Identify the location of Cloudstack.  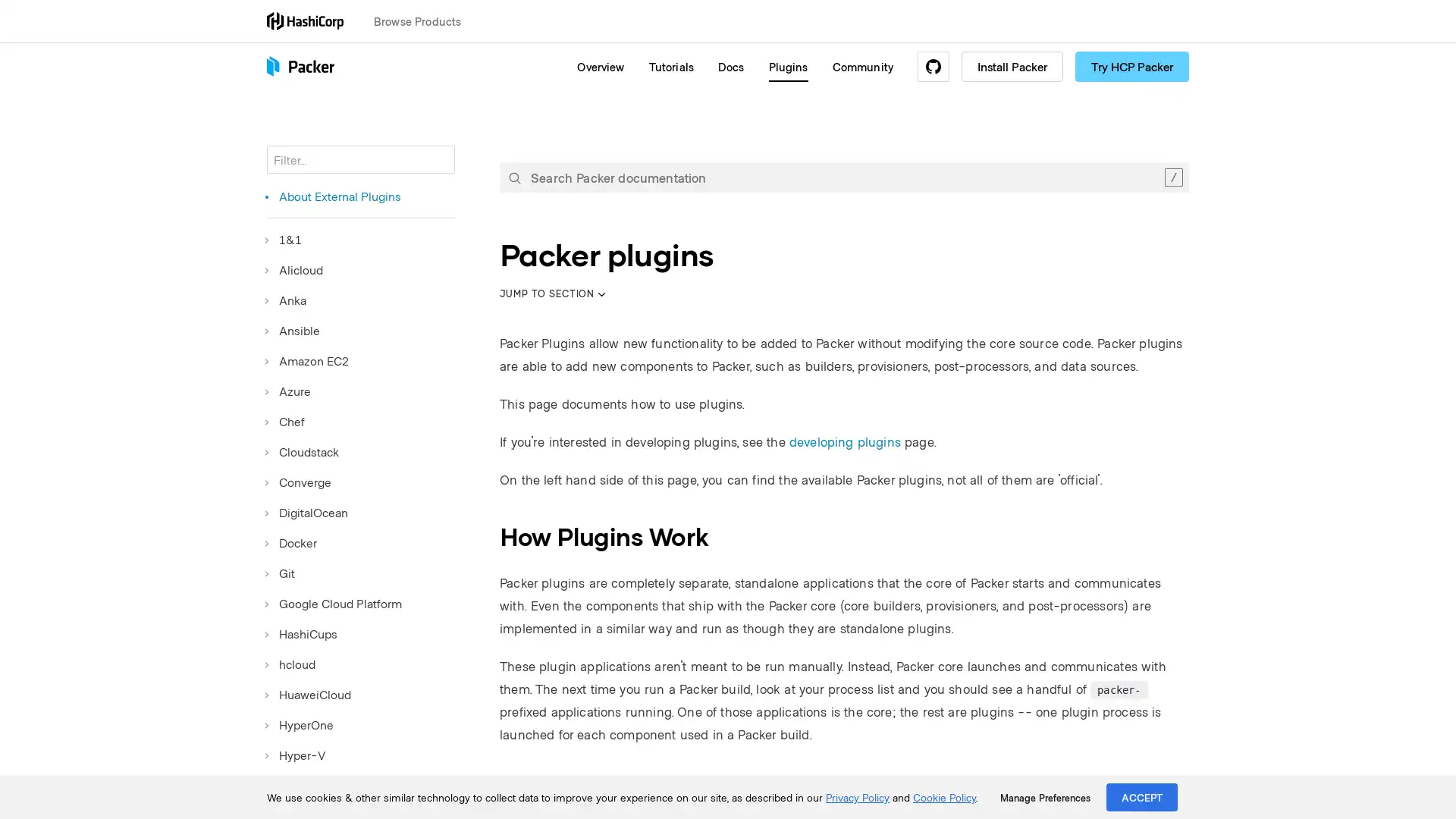
(303, 451).